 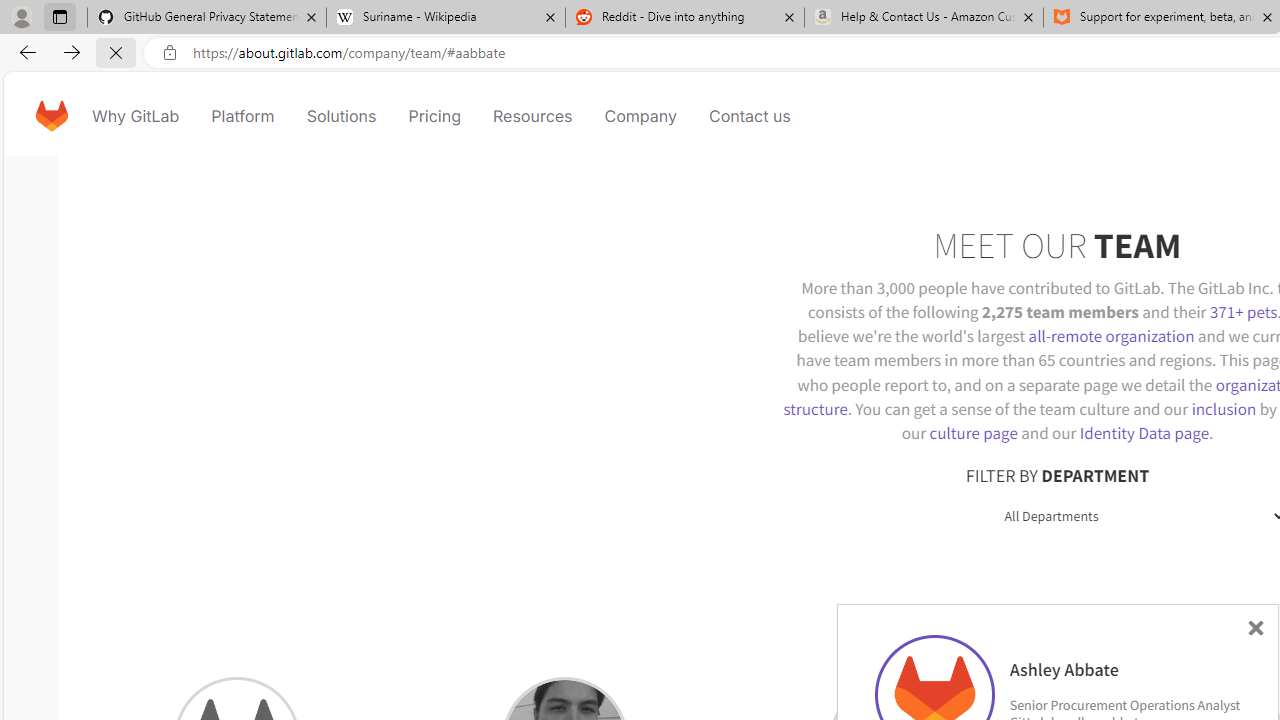 I want to click on 'Identity Data page', so click(x=1144, y=432).